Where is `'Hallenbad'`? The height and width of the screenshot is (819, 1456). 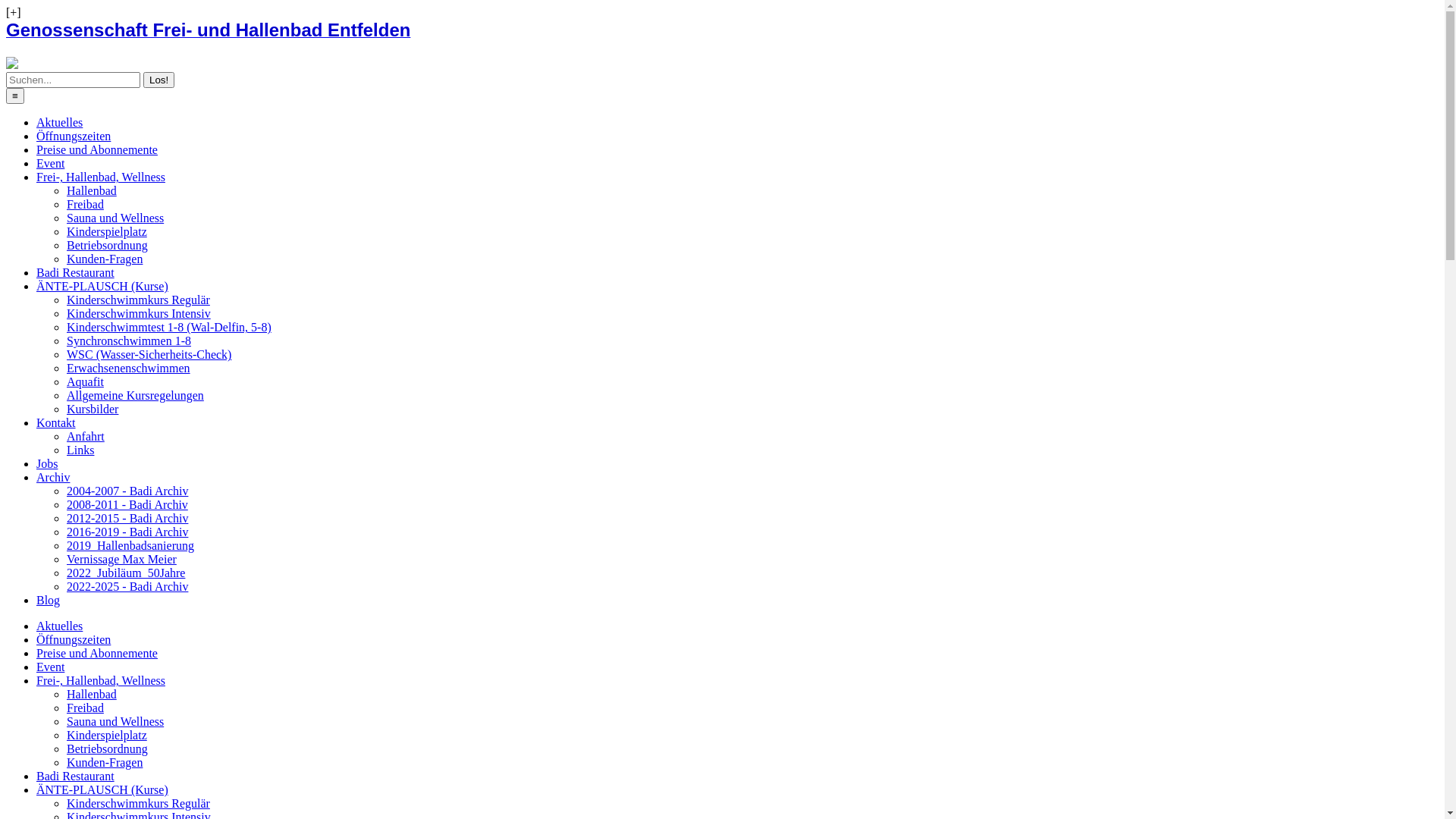 'Hallenbad' is located at coordinates (65, 694).